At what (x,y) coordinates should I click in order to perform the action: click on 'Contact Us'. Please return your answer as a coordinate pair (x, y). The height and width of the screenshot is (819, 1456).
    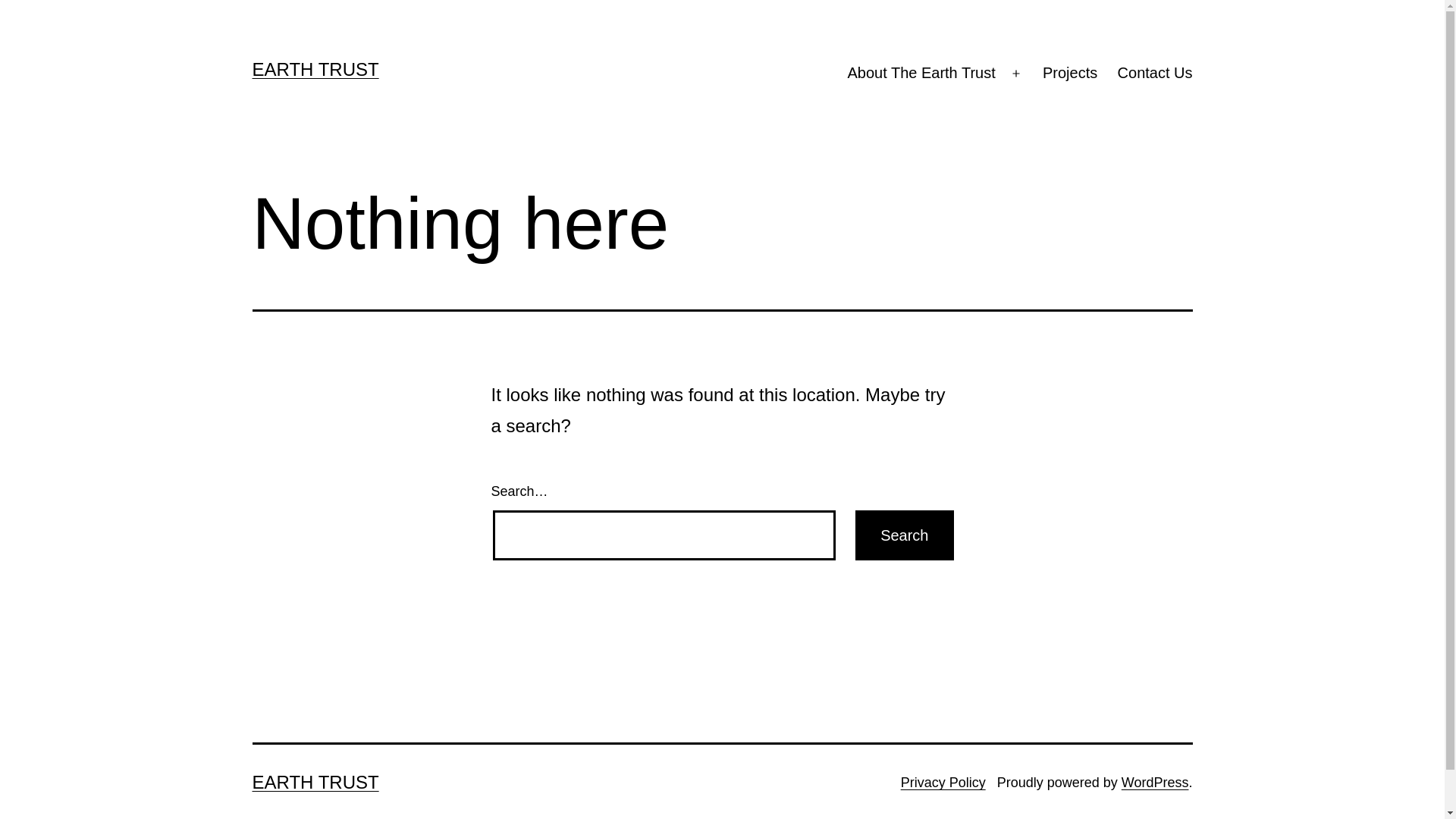
    Looking at the image, I should click on (1153, 73).